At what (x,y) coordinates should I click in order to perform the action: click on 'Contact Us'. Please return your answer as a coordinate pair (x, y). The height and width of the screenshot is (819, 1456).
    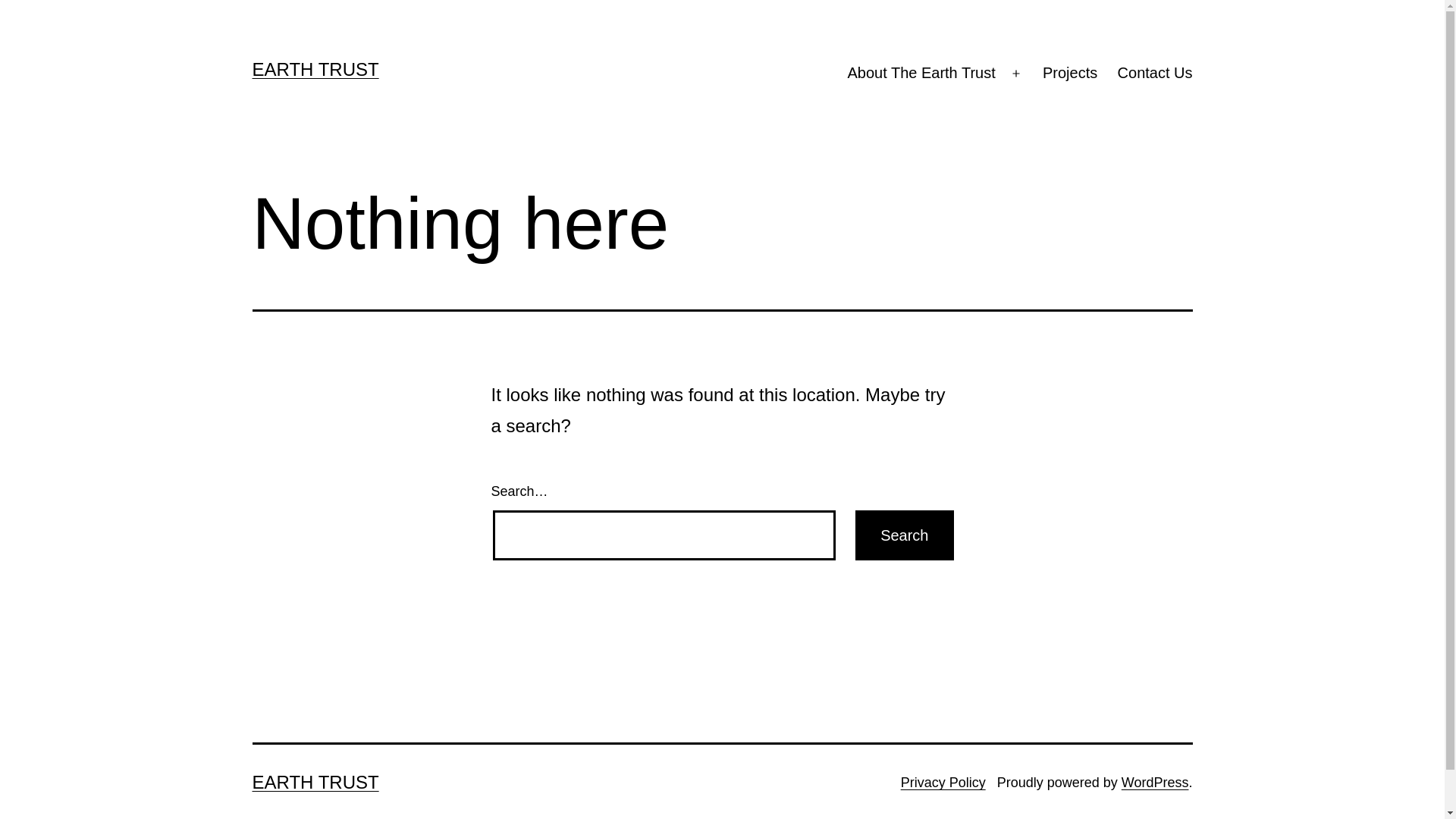
    Looking at the image, I should click on (1153, 73).